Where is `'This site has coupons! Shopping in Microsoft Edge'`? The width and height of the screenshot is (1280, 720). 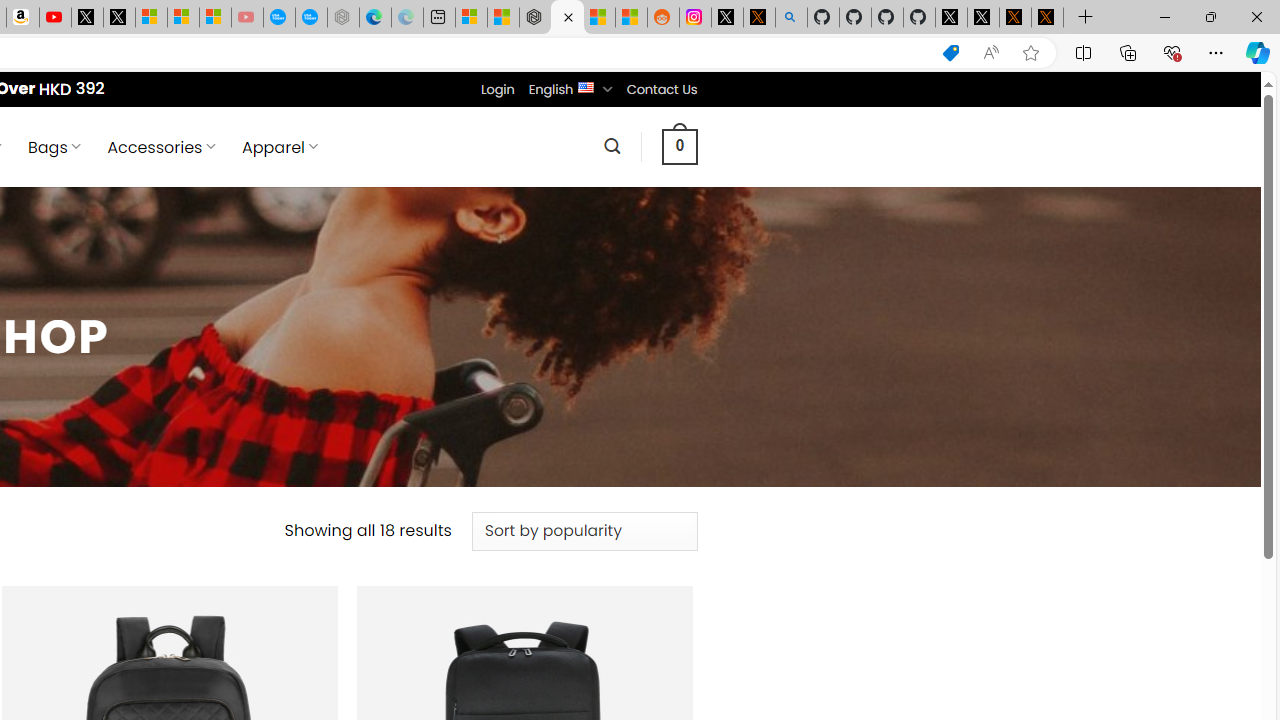 'This site has coupons! Shopping in Microsoft Edge' is located at coordinates (950, 52).